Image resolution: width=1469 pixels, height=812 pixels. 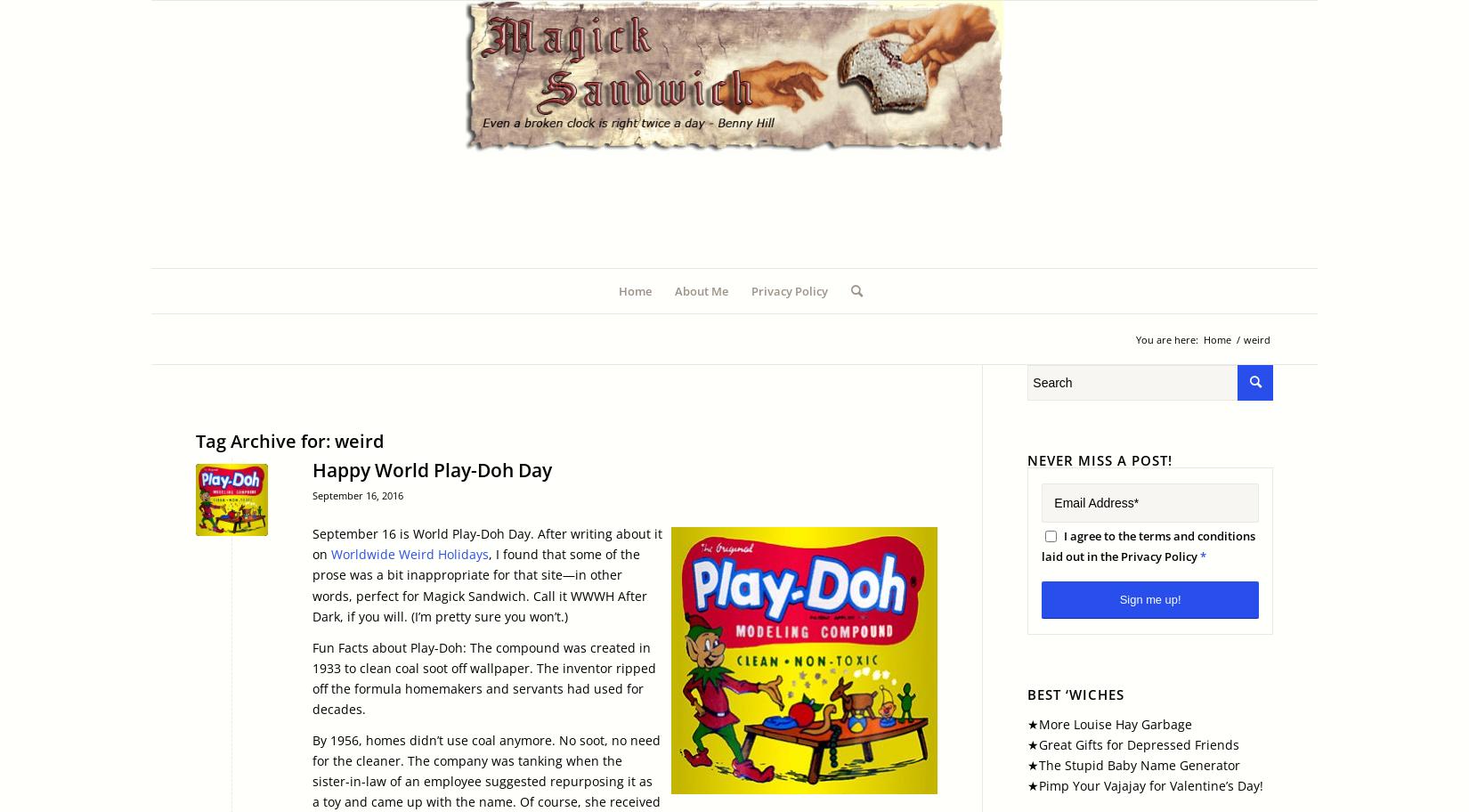 I want to click on 'Pimp Your Vajajay for Valentine’s Day!', so click(x=1149, y=784).